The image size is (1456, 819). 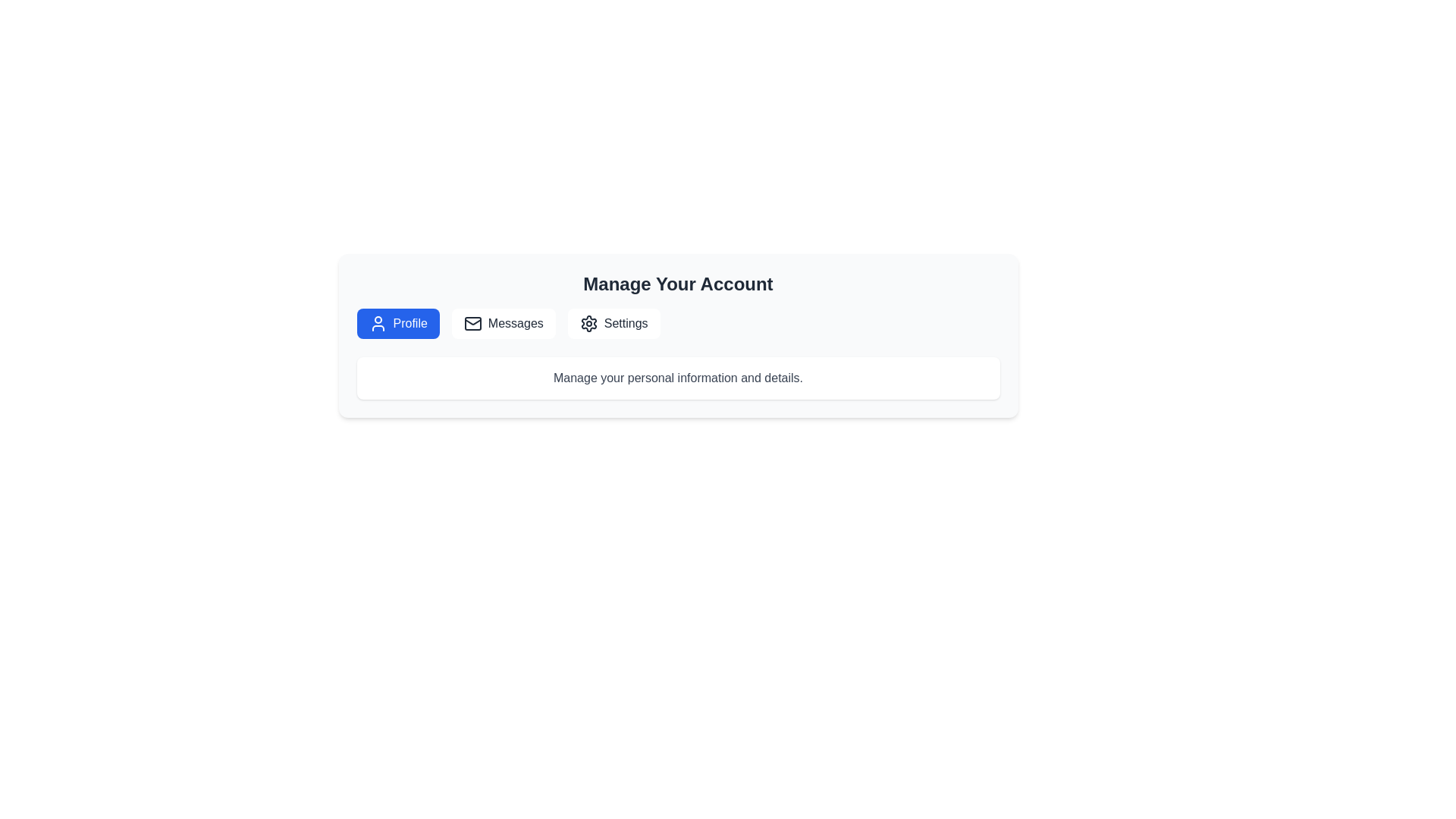 I want to click on the 'Messages' button which contains the triangular envelope flap graphic, styled with a dark stroke color, so click(x=472, y=321).